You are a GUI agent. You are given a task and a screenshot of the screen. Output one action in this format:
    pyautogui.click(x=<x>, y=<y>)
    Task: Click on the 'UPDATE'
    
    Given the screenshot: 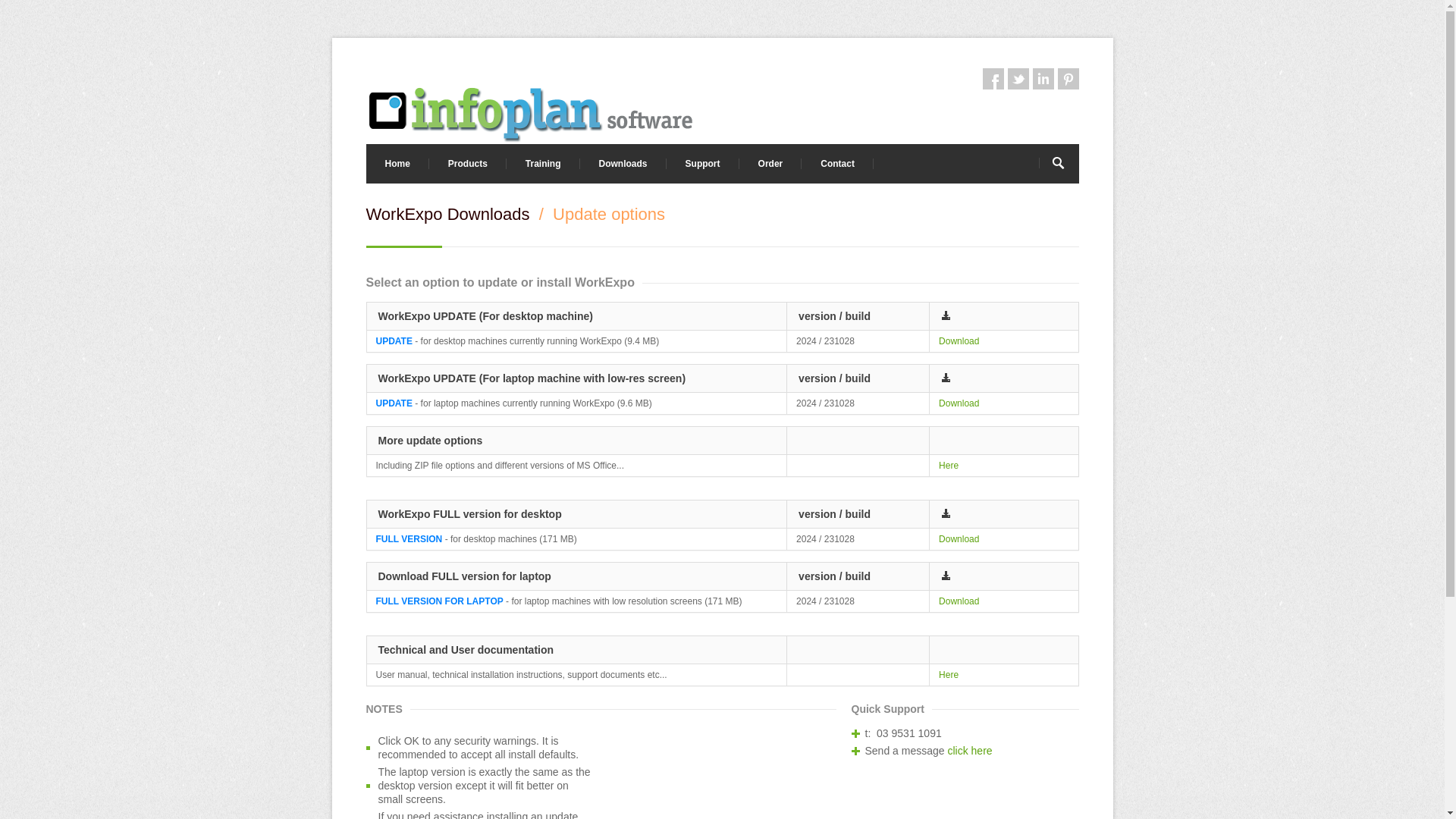 What is the action you would take?
    pyautogui.click(x=394, y=341)
    